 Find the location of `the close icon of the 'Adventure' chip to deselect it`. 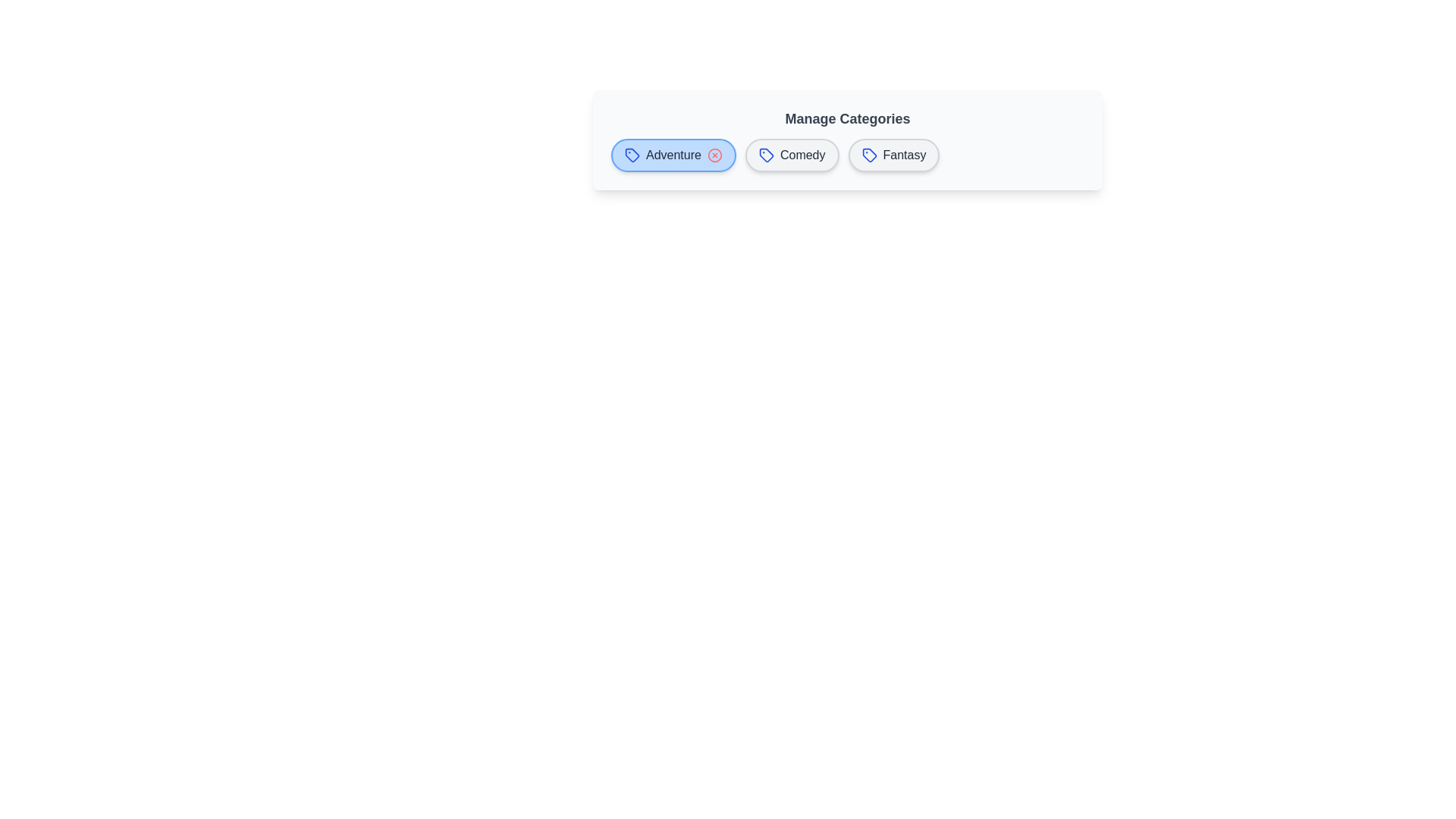

the close icon of the 'Adventure' chip to deselect it is located at coordinates (714, 155).